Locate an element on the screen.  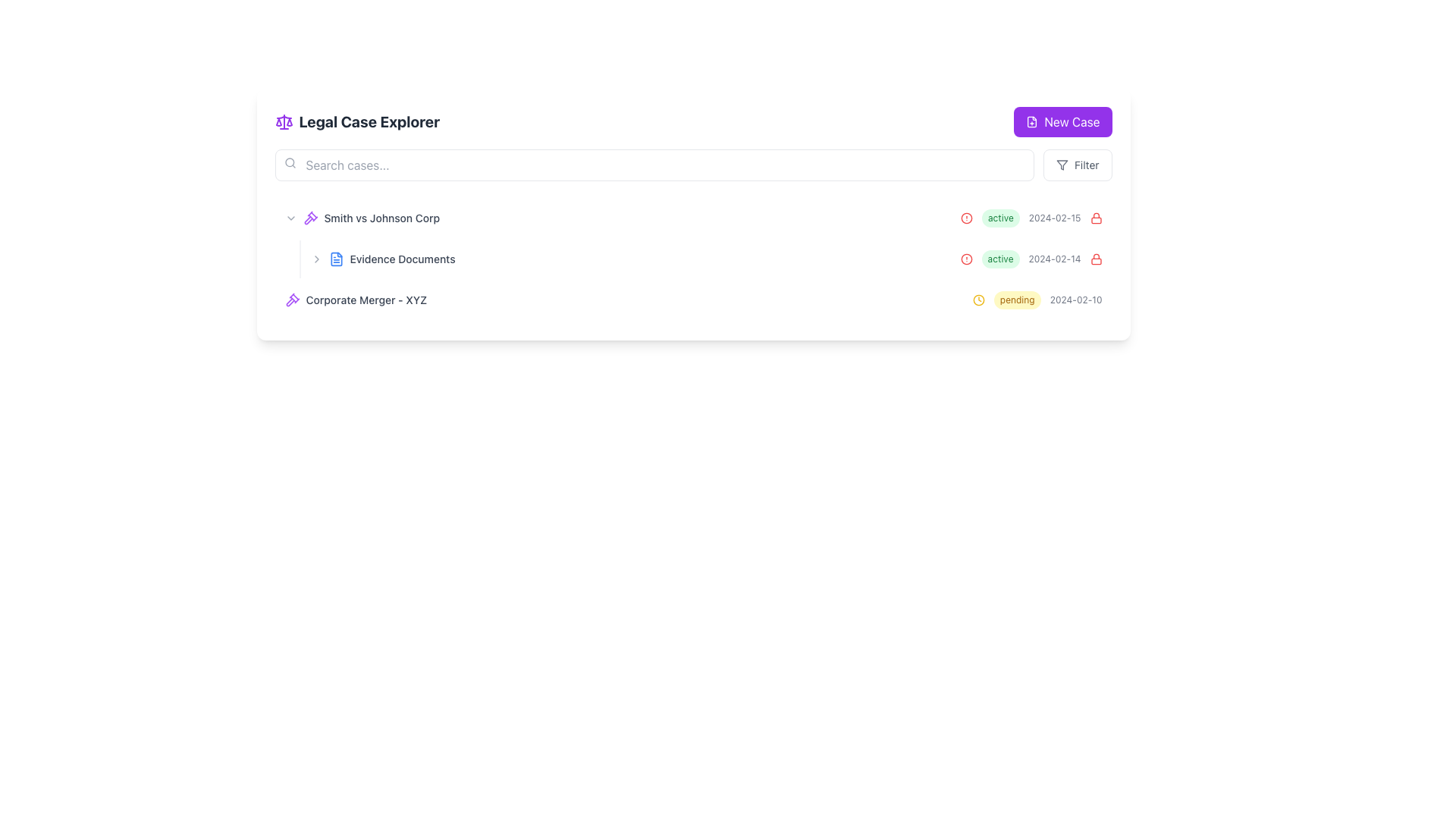
the small text label displaying '2024-02-15' located to the right of the green label 'active' for accessibility is located at coordinates (1054, 218).